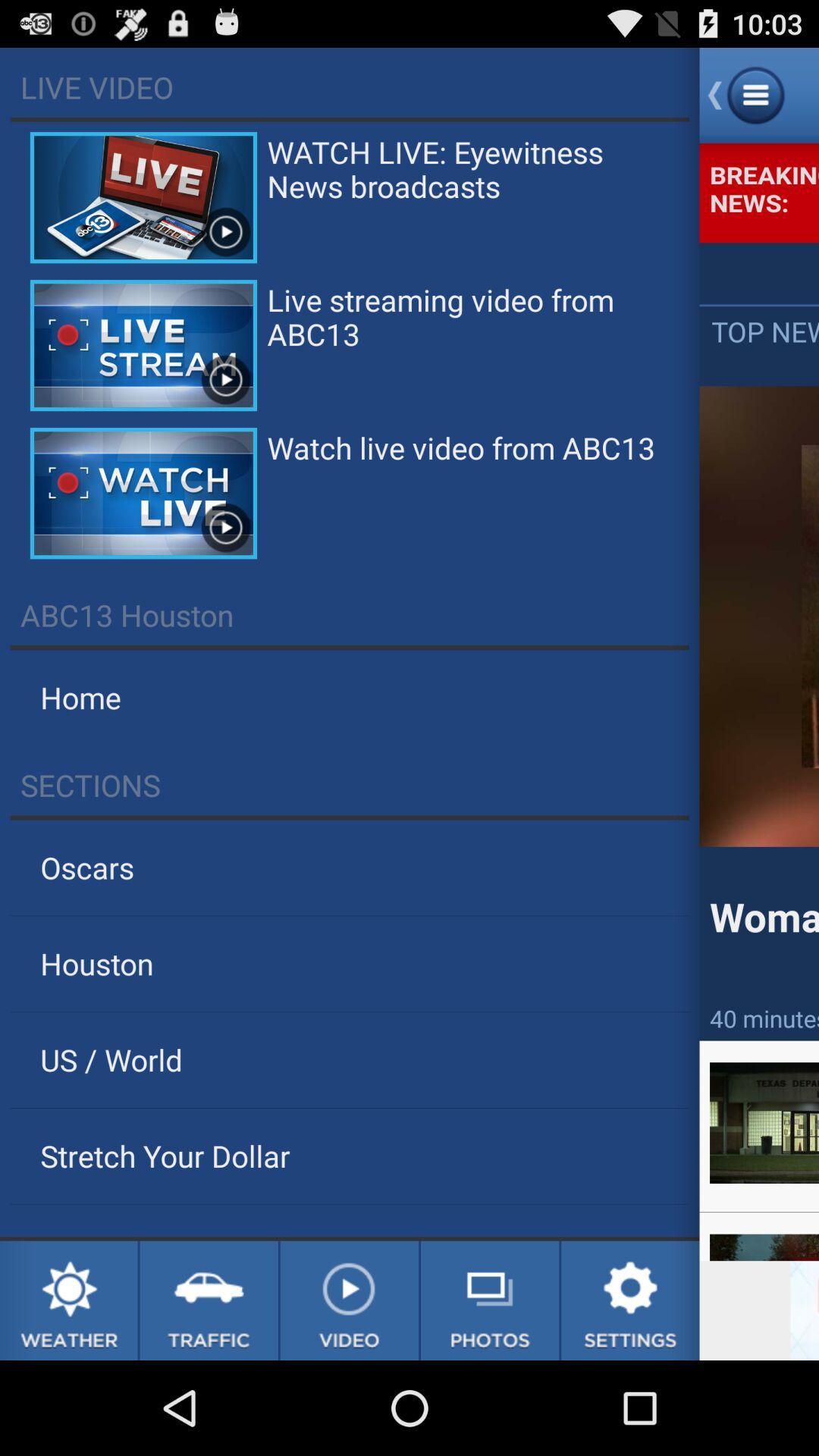 This screenshot has width=819, height=1456. What do you see at coordinates (759, 94) in the screenshot?
I see `the more options button` at bounding box center [759, 94].